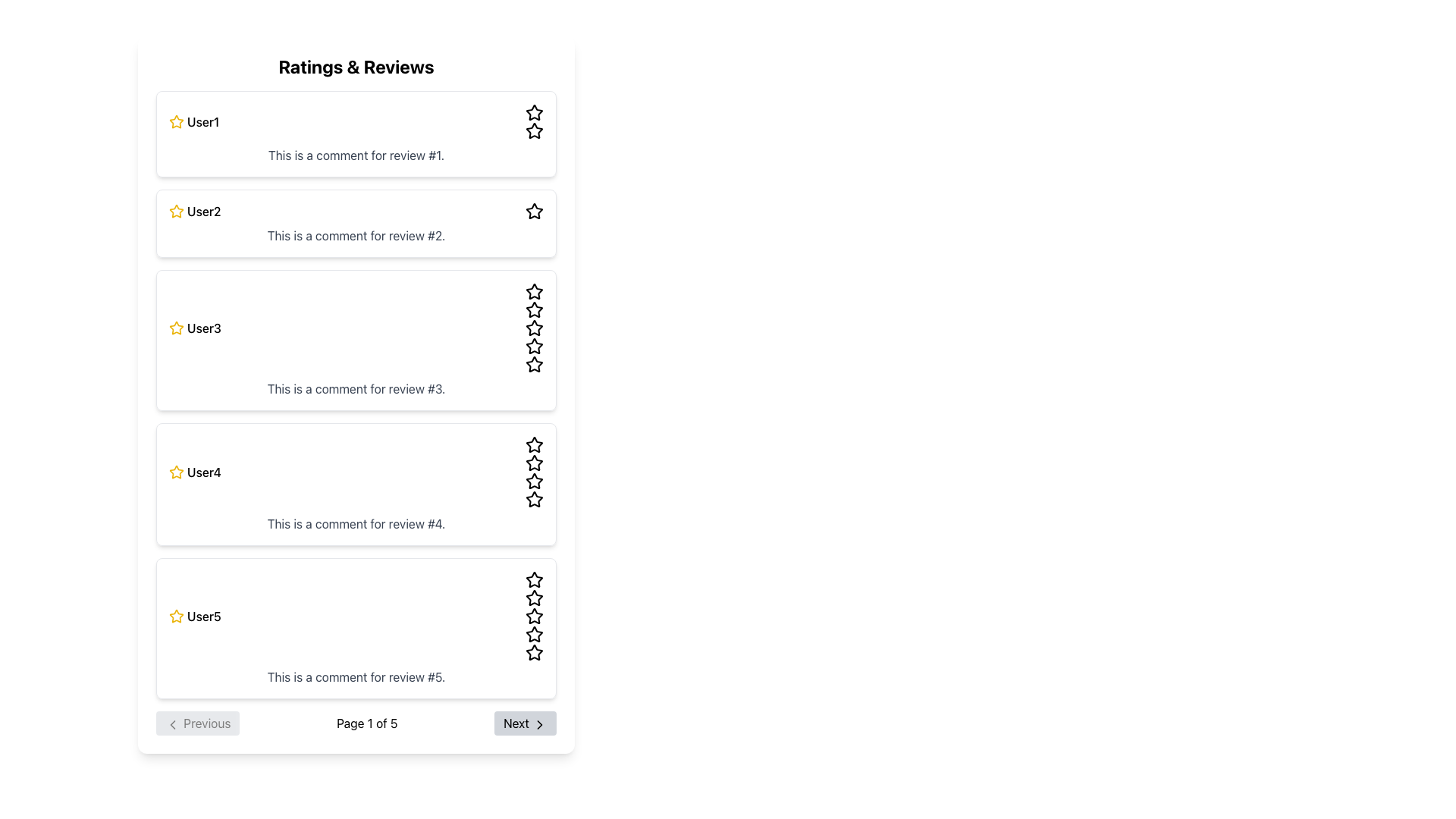 This screenshot has height=819, width=1456. What do you see at coordinates (203, 327) in the screenshot?
I see `the third listed user name in the review entry list, positioned between 'User2' and 'User4'` at bounding box center [203, 327].